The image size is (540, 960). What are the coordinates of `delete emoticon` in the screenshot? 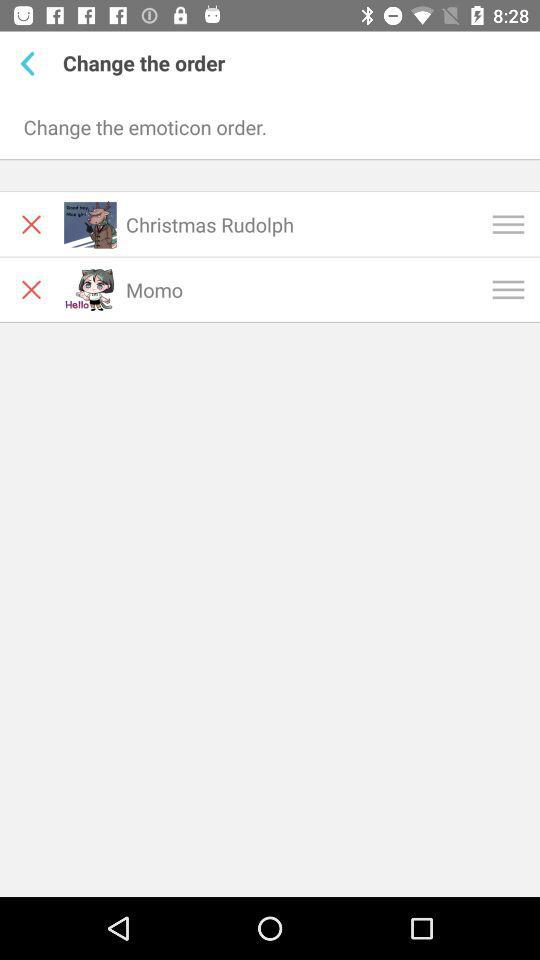 It's located at (30, 288).